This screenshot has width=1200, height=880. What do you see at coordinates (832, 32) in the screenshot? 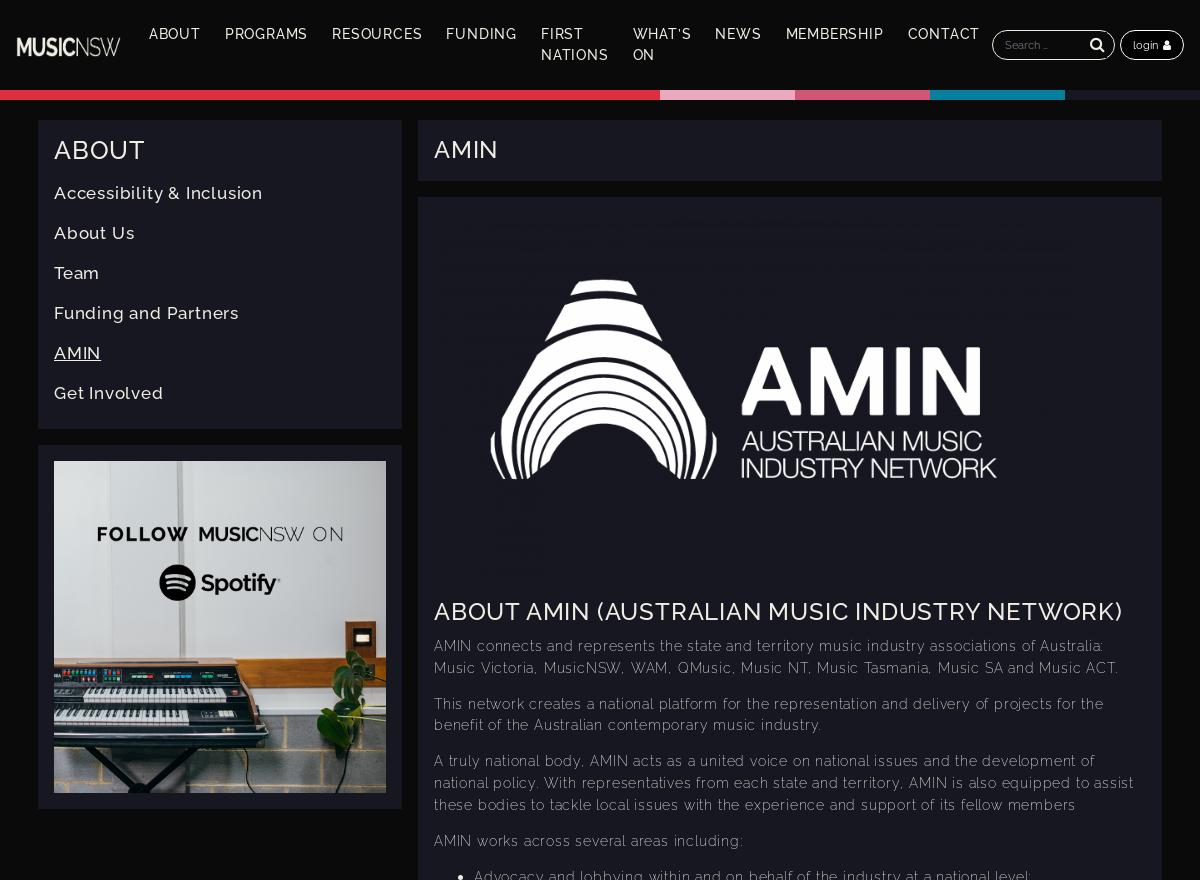
I see `'Membership'` at bounding box center [832, 32].